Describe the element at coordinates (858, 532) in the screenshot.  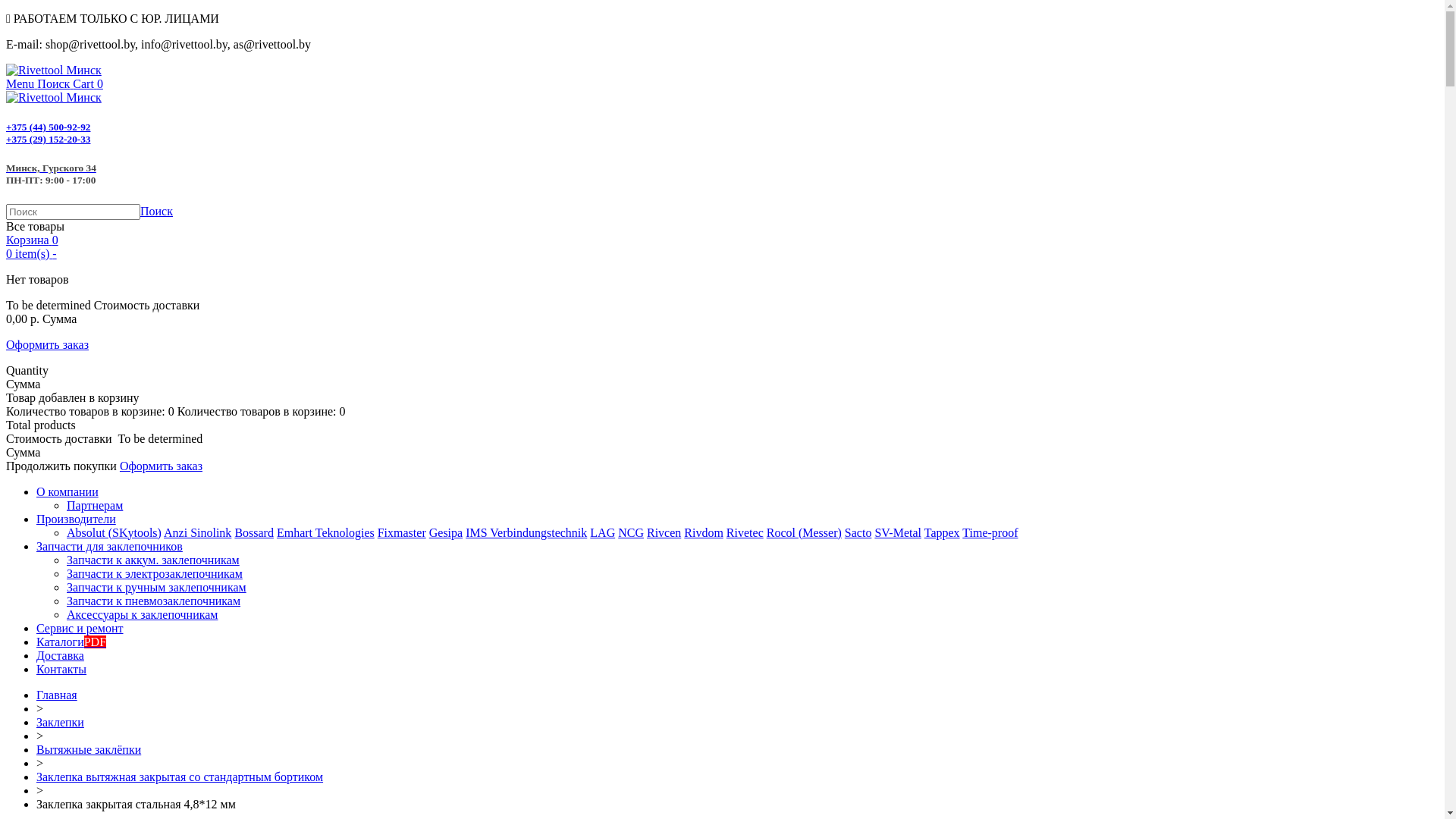
I see `'Sacto'` at that location.